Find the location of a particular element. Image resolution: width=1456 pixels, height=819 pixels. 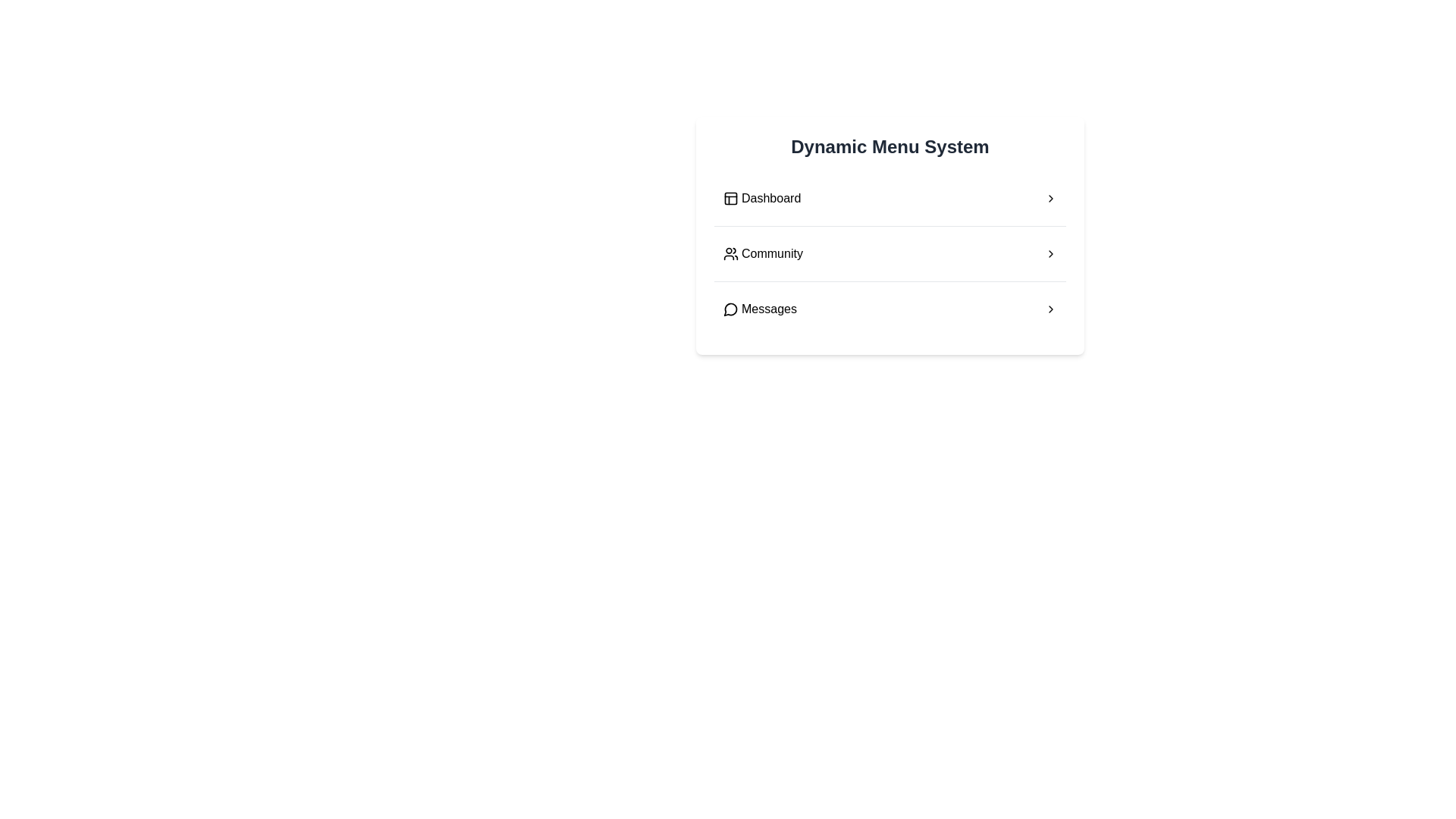

text content of the static label labeled 'Dashboard', which is the first item in the vertical menu under 'Dynamic Menu System' is located at coordinates (771, 198).